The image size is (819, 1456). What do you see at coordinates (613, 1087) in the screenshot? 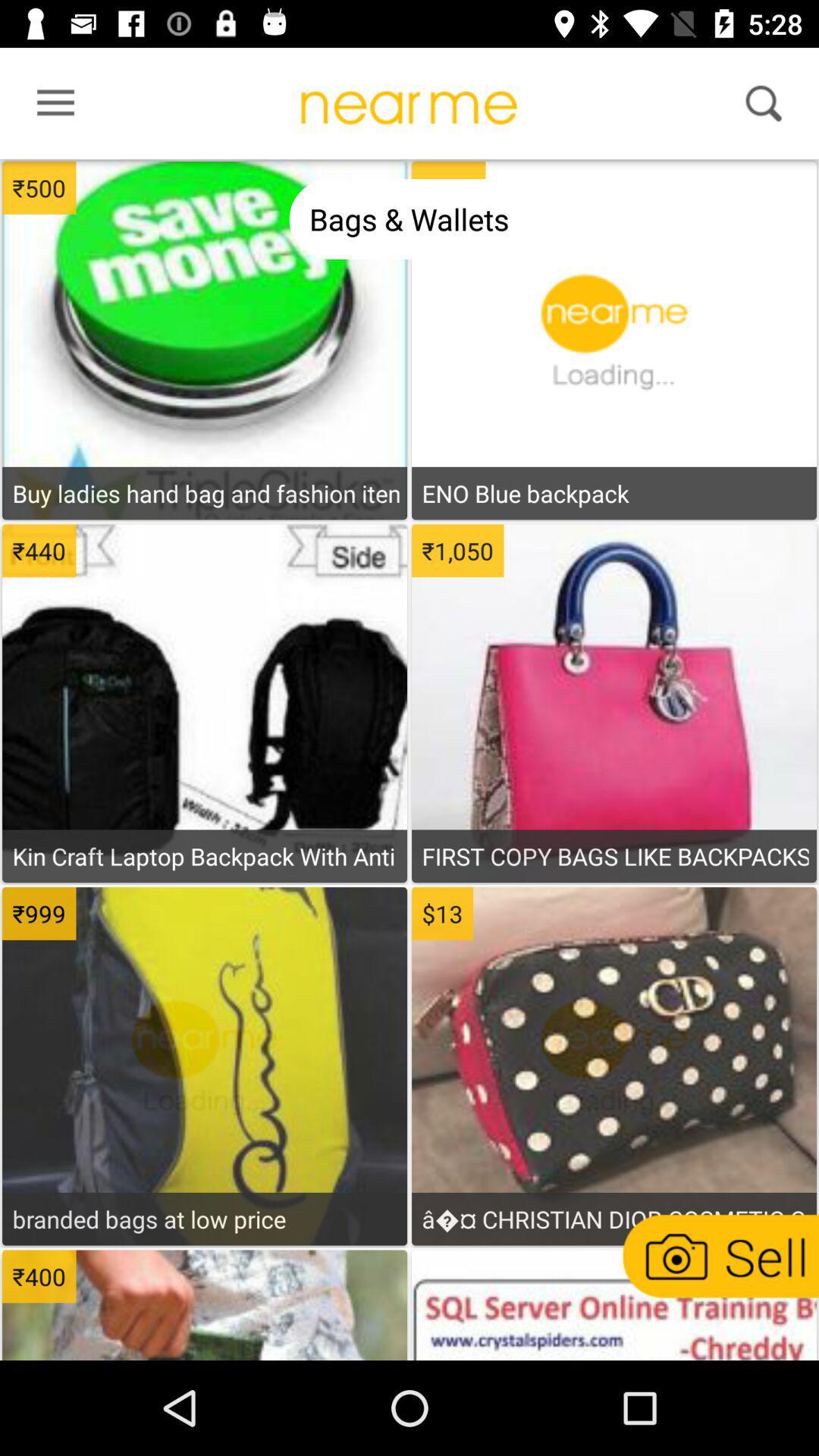
I see `money bag` at bounding box center [613, 1087].